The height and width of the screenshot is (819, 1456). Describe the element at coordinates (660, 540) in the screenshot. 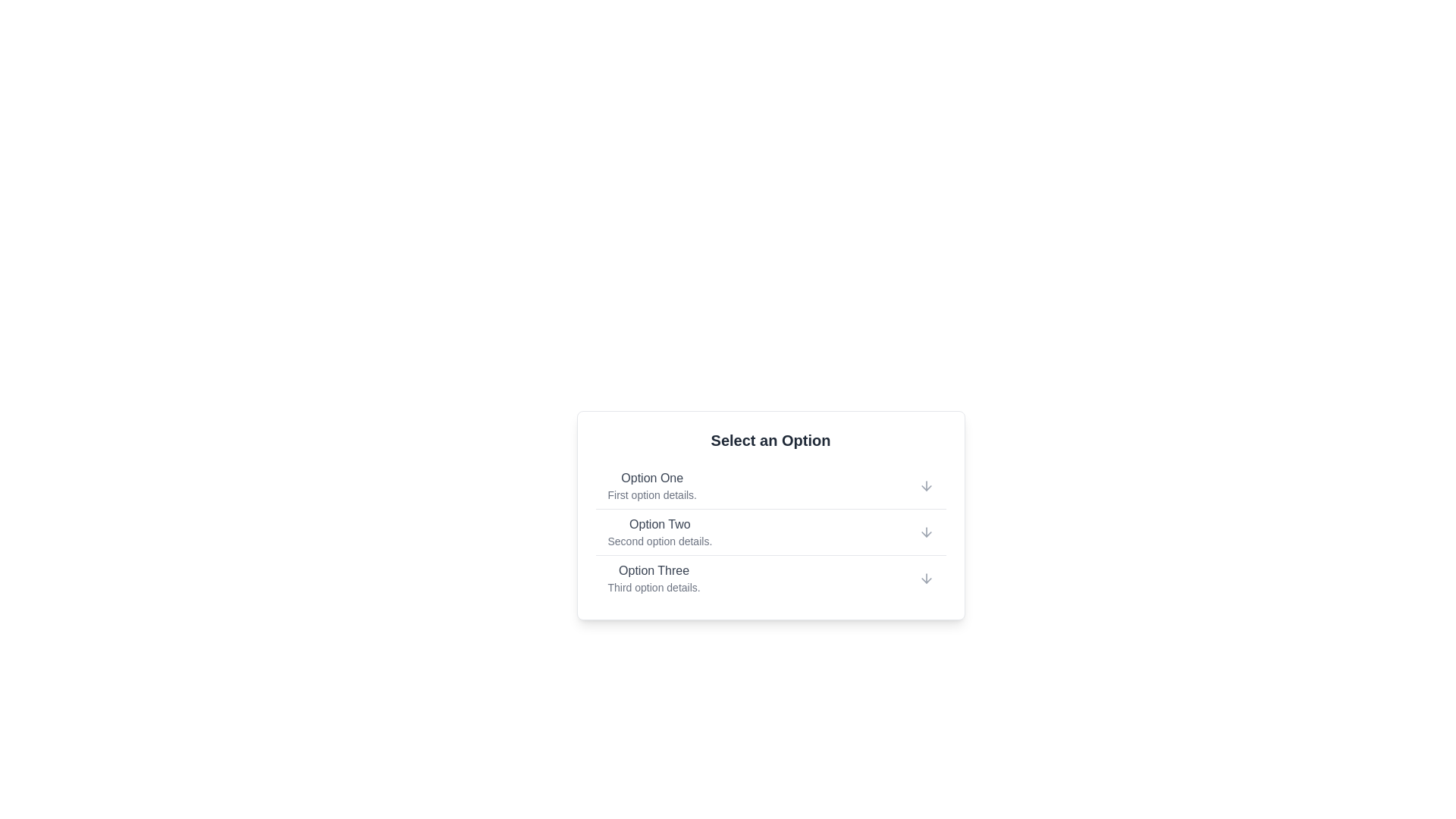

I see `the static text label providing additional descriptive information about 'Option Two', located below its heading and above a separator line` at that location.